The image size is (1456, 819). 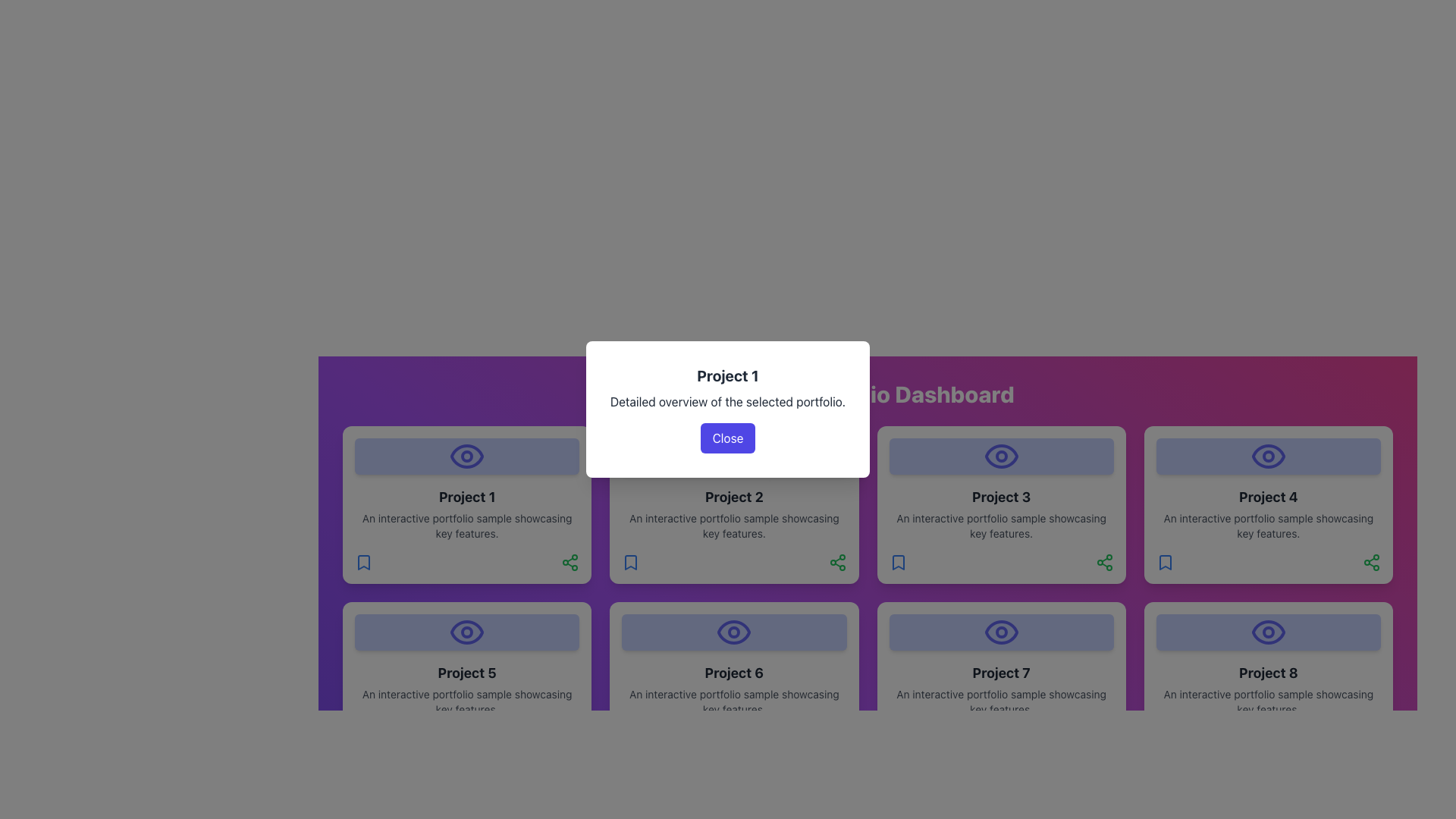 What do you see at coordinates (836, 562) in the screenshot?
I see `the green sharing icon located in the bottom-right corner of the card labeled Project 2` at bounding box center [836, 562].